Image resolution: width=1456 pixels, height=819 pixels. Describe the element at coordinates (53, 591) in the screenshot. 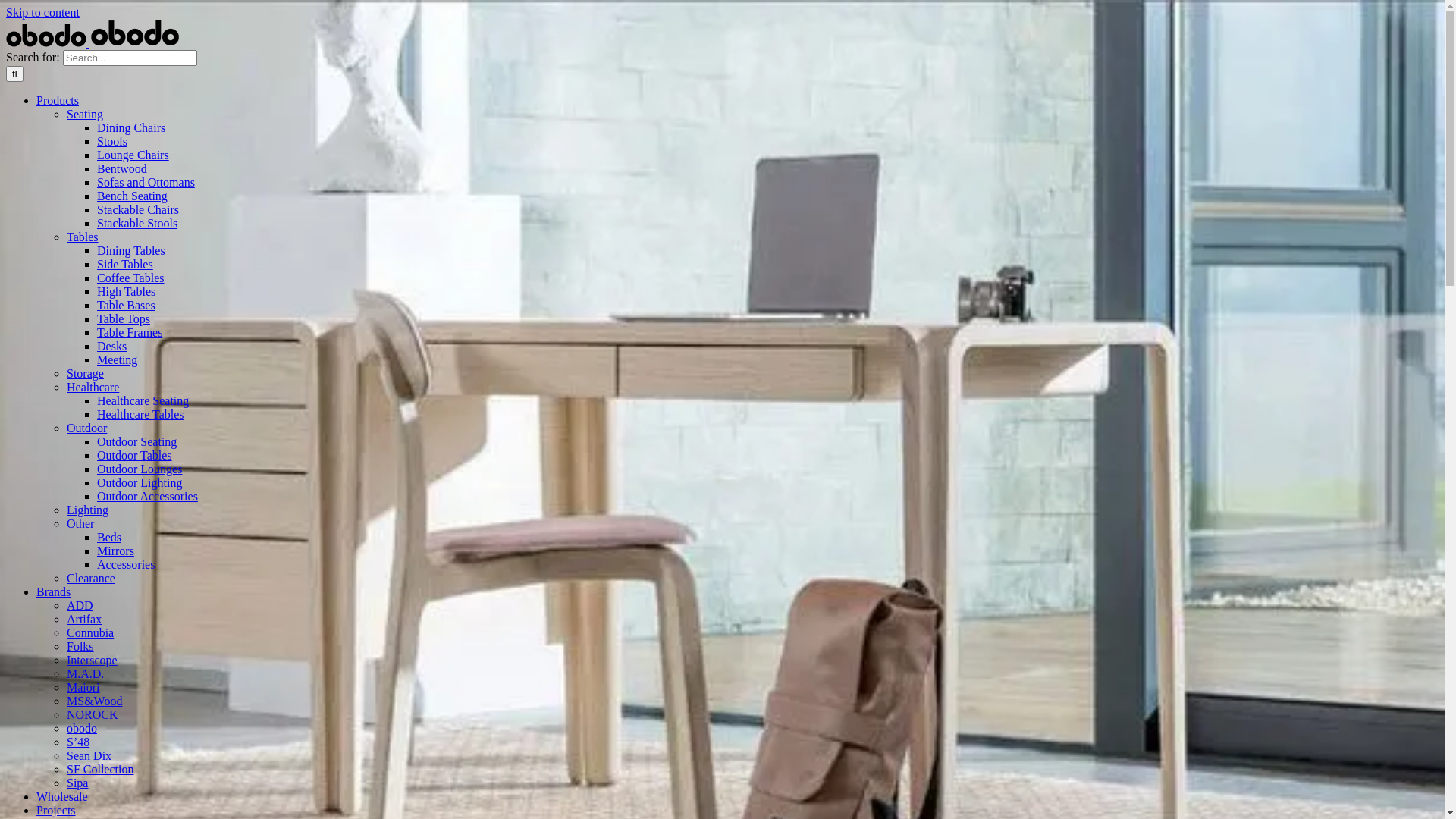

I see `'Brands'` at that location.